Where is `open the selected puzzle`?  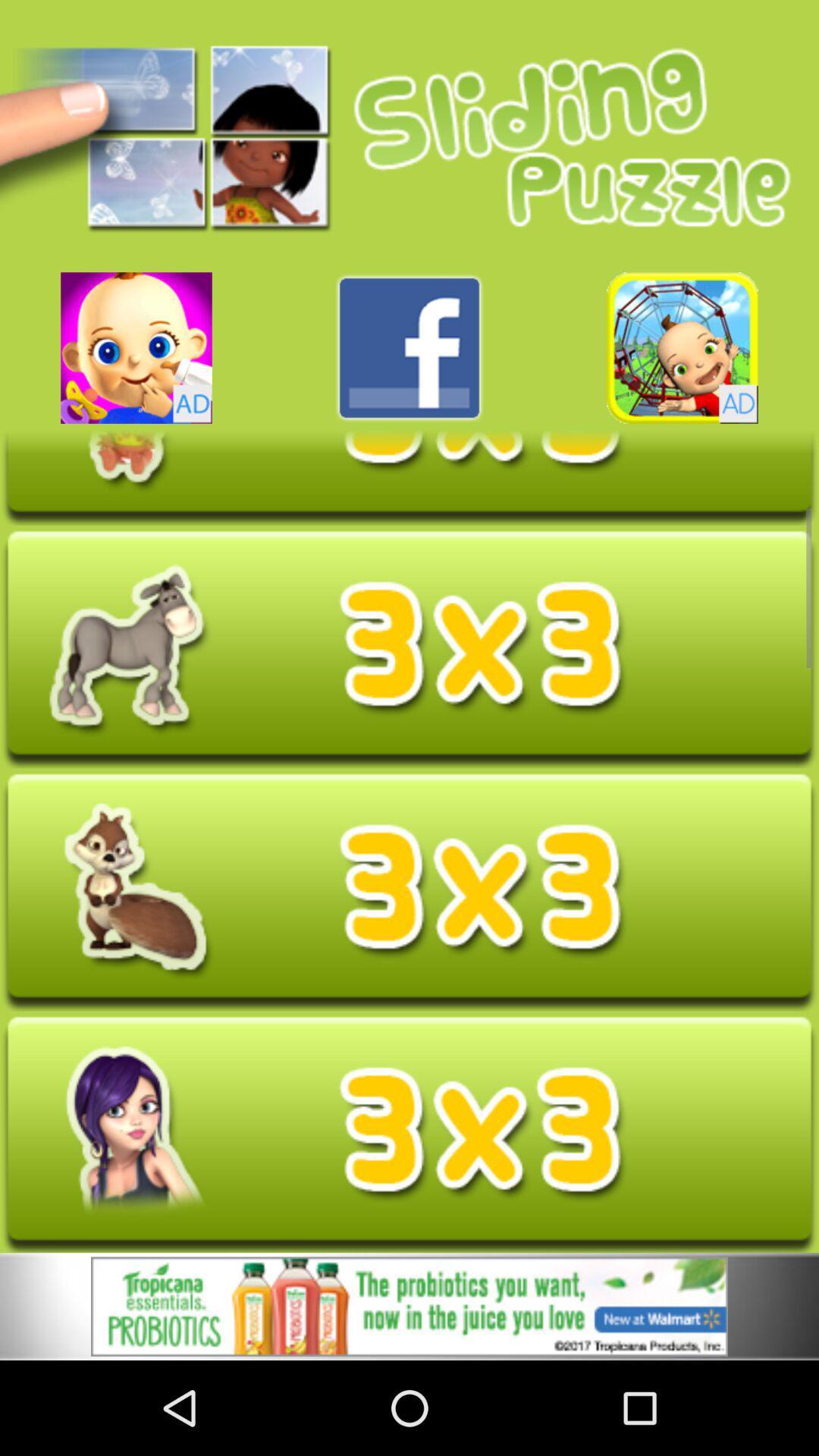
open the selected puzzle is located at coordinates (409, 476).